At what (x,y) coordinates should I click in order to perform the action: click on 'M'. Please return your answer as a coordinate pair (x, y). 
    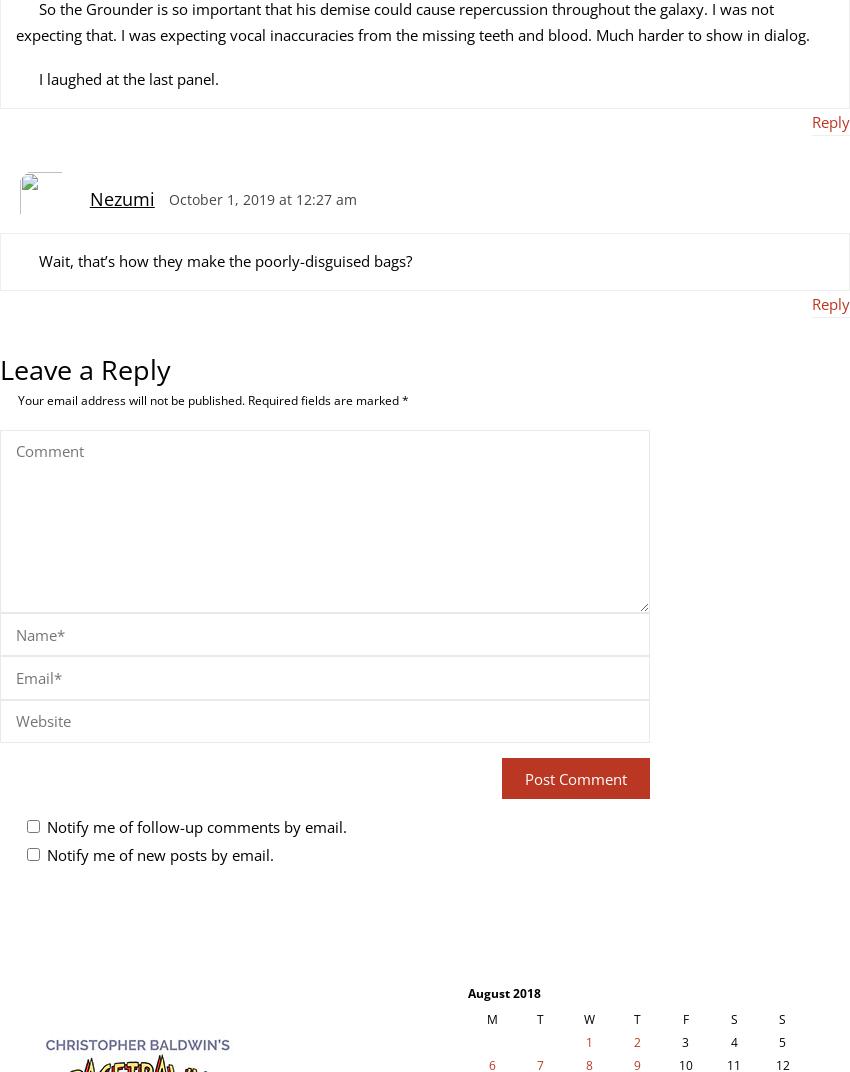
    Looking at the image, I should click on (491, 1019).